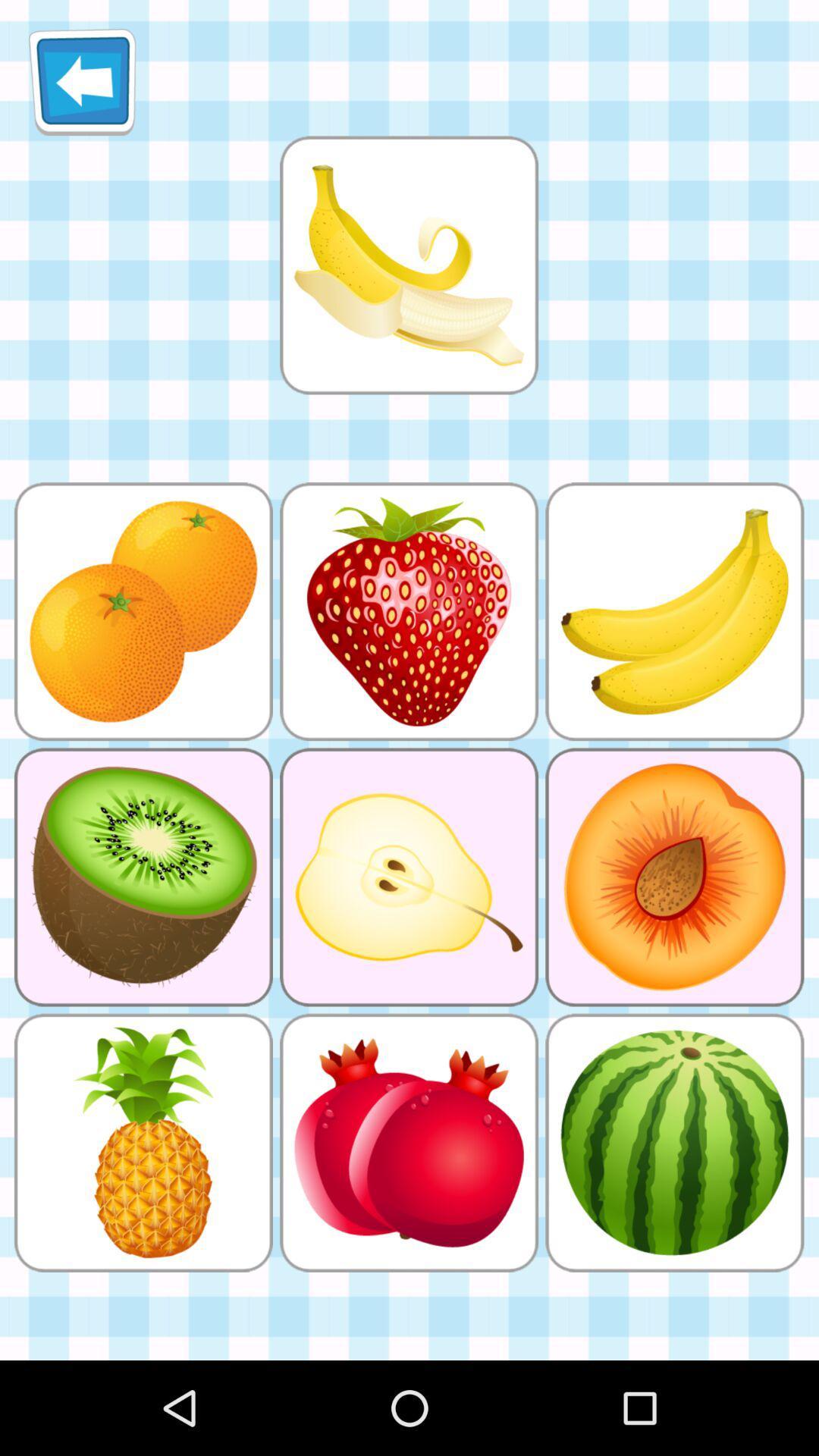  Describe the element at coordinates (408, 265) in the screenshot. I see `image` at that location.